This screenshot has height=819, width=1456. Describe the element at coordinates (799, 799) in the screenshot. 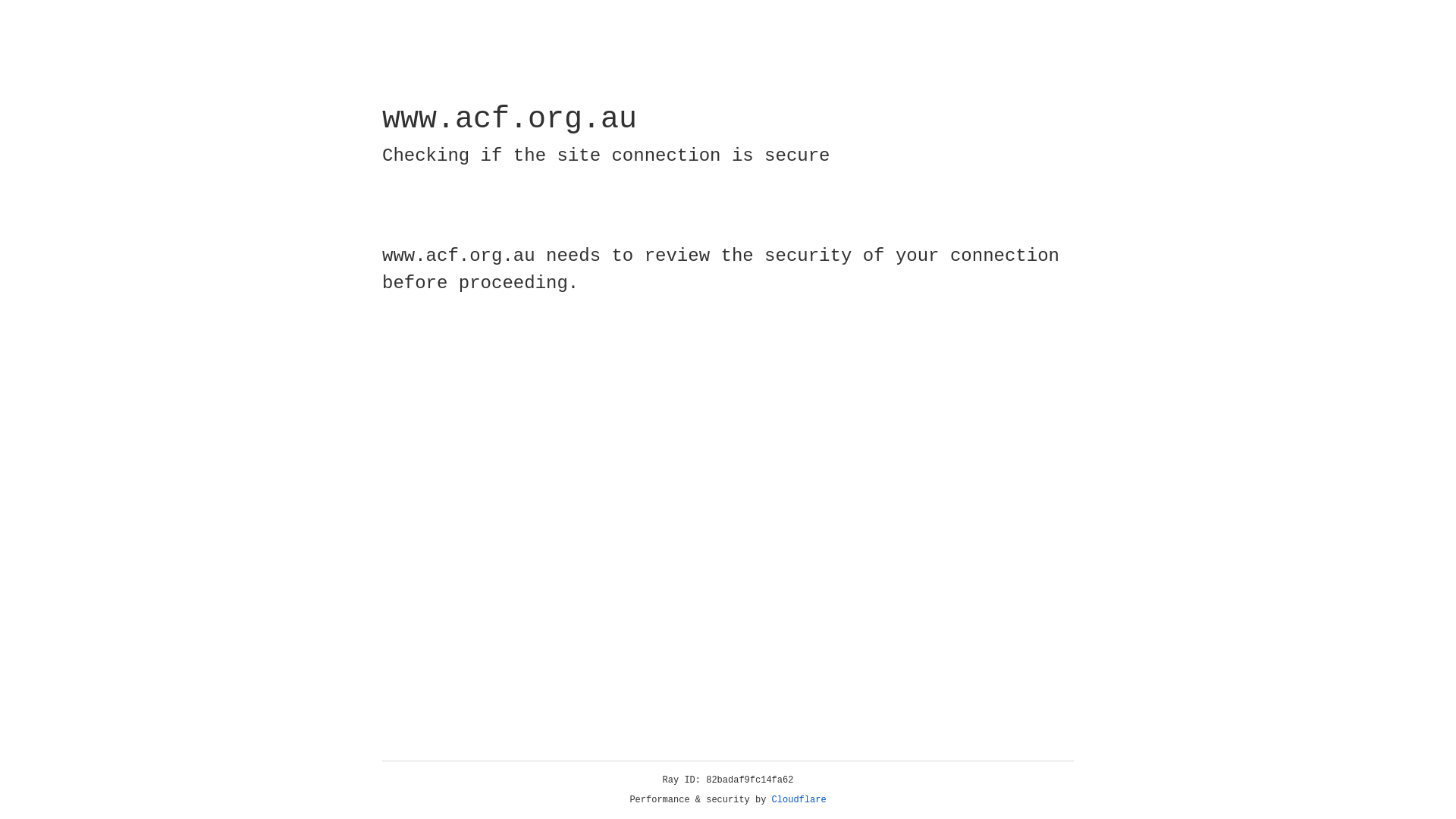

I see `'Cloudflare'` at that location.